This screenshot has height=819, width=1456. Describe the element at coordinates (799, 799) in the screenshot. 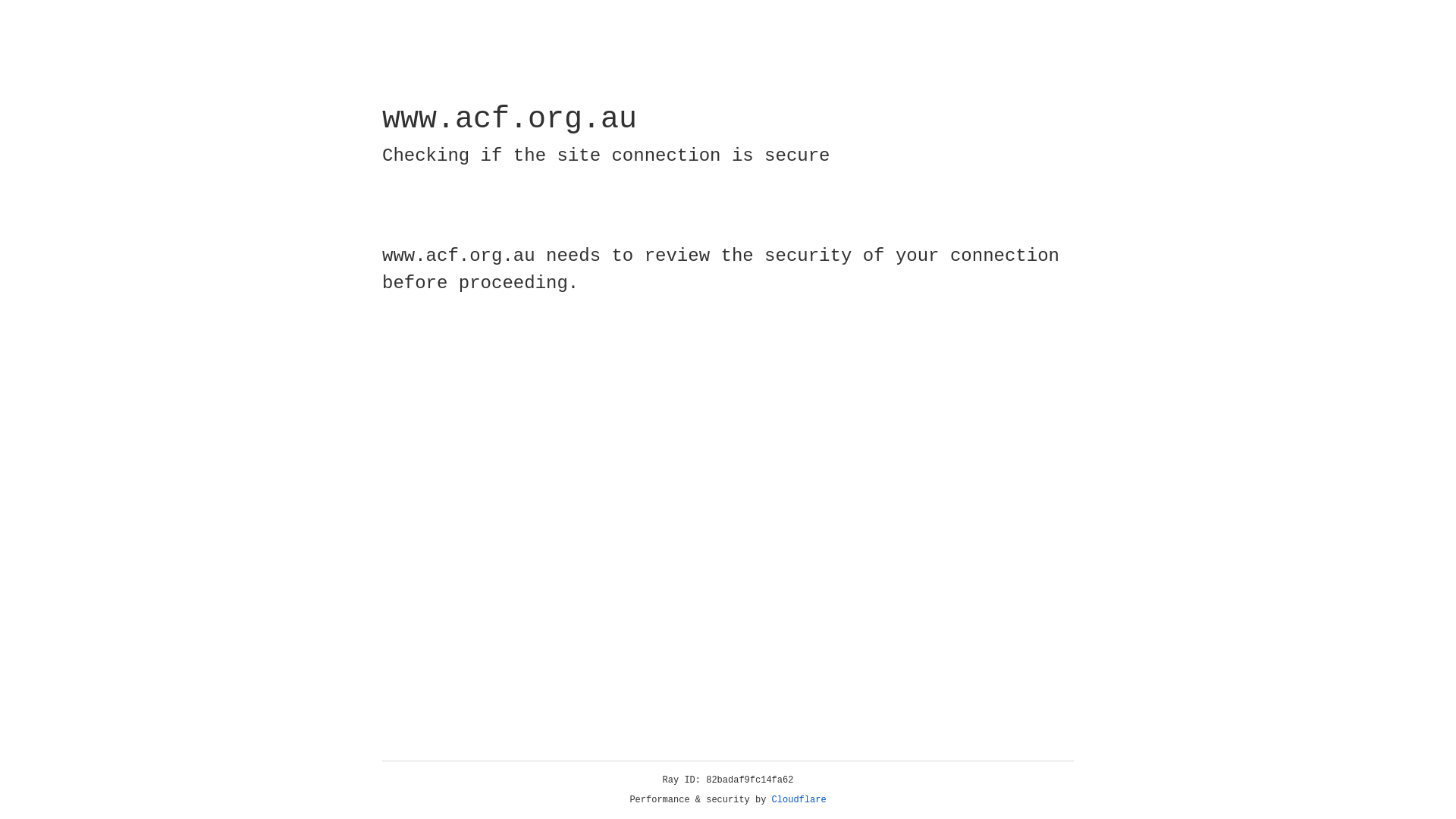

I see `'Cloudflare'` at that location.